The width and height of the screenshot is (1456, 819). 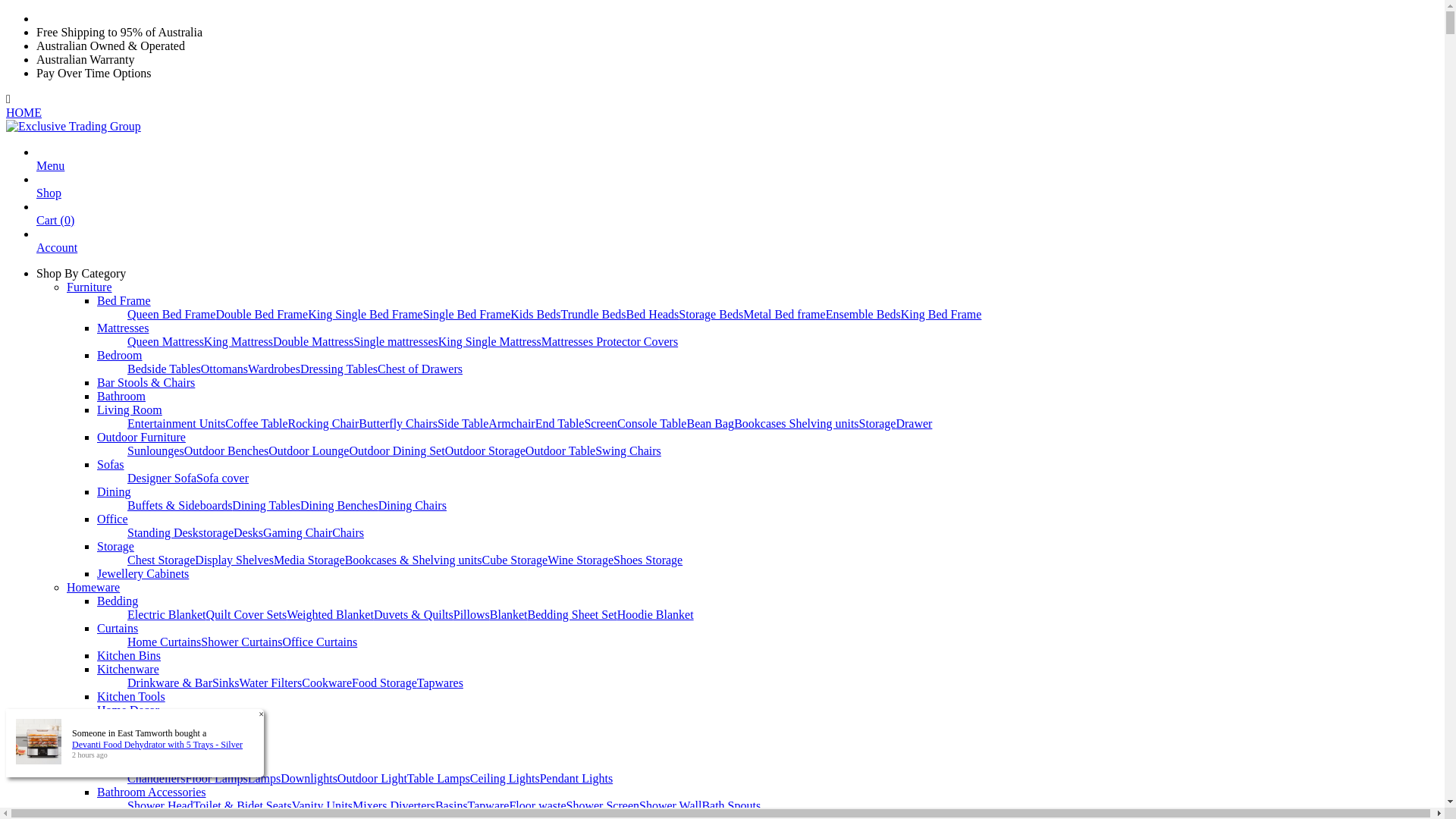 I want to click on 'Homeware', so click(x=93, y=586).